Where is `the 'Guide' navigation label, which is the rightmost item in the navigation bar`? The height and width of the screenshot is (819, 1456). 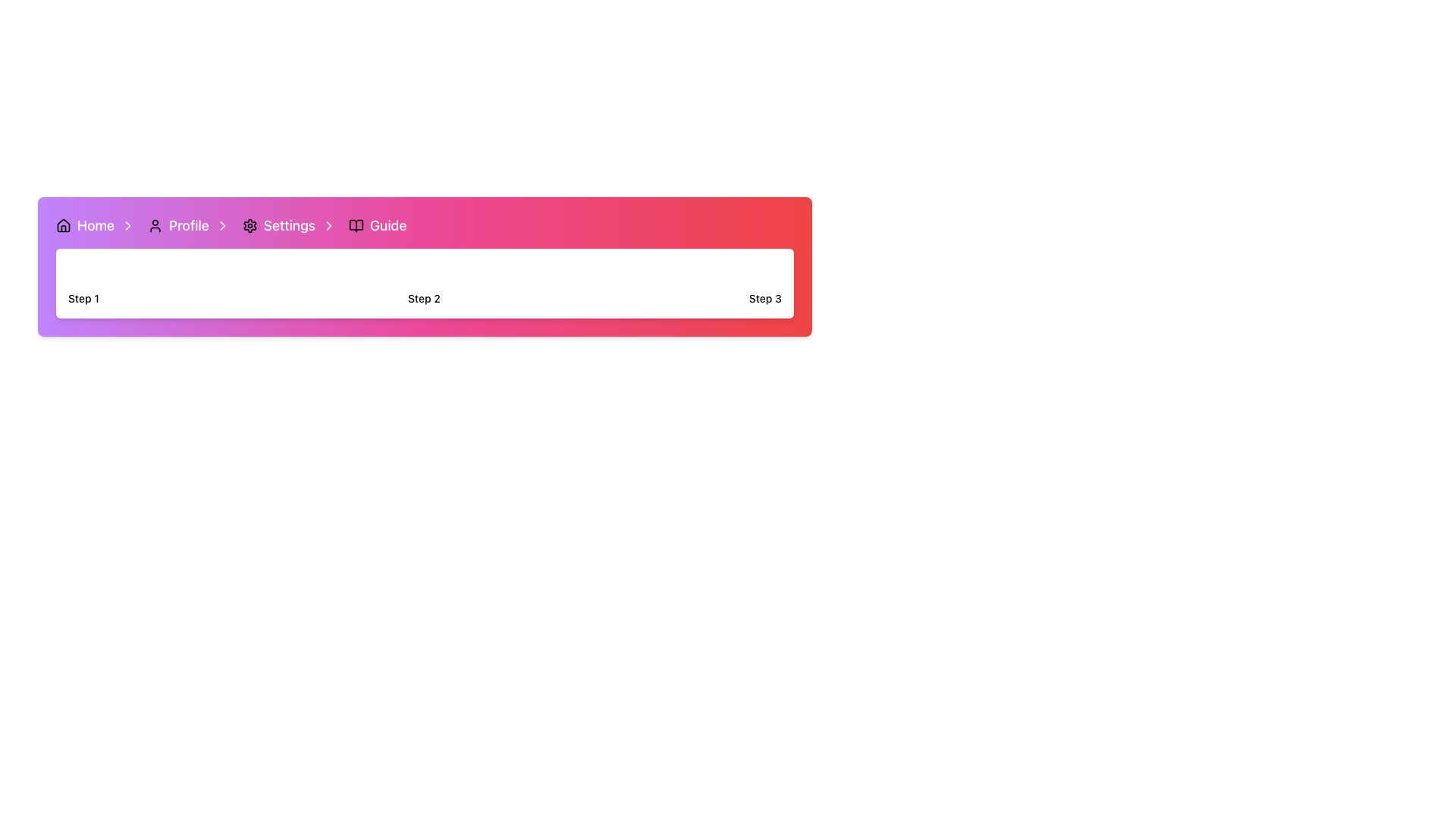
the 'Guide' navigation label, which is the rightmost item in the navigation bar is located at coordinates (378, 225).